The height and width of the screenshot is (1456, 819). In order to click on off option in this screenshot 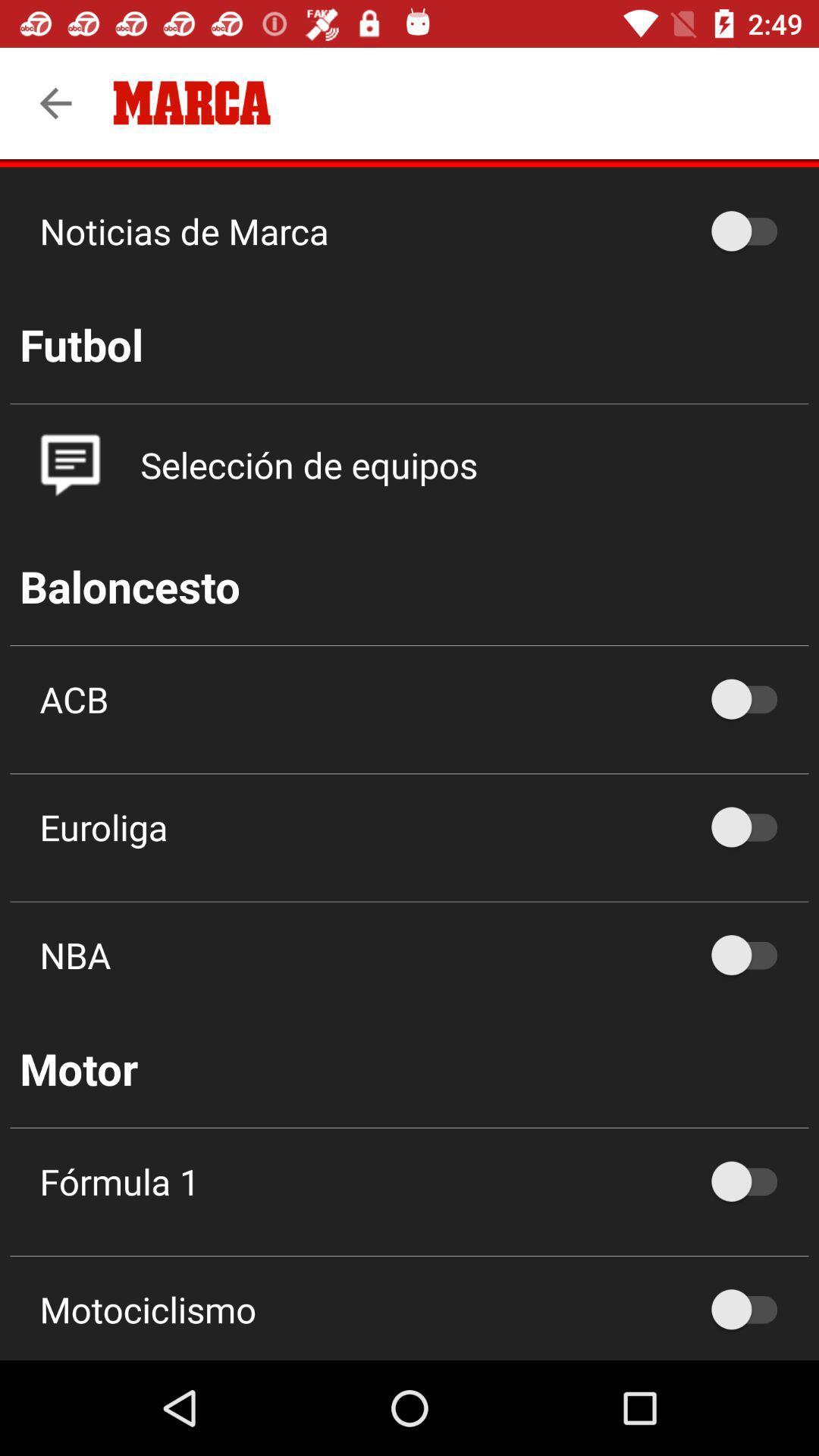, I will do `click(752, 1181)`.